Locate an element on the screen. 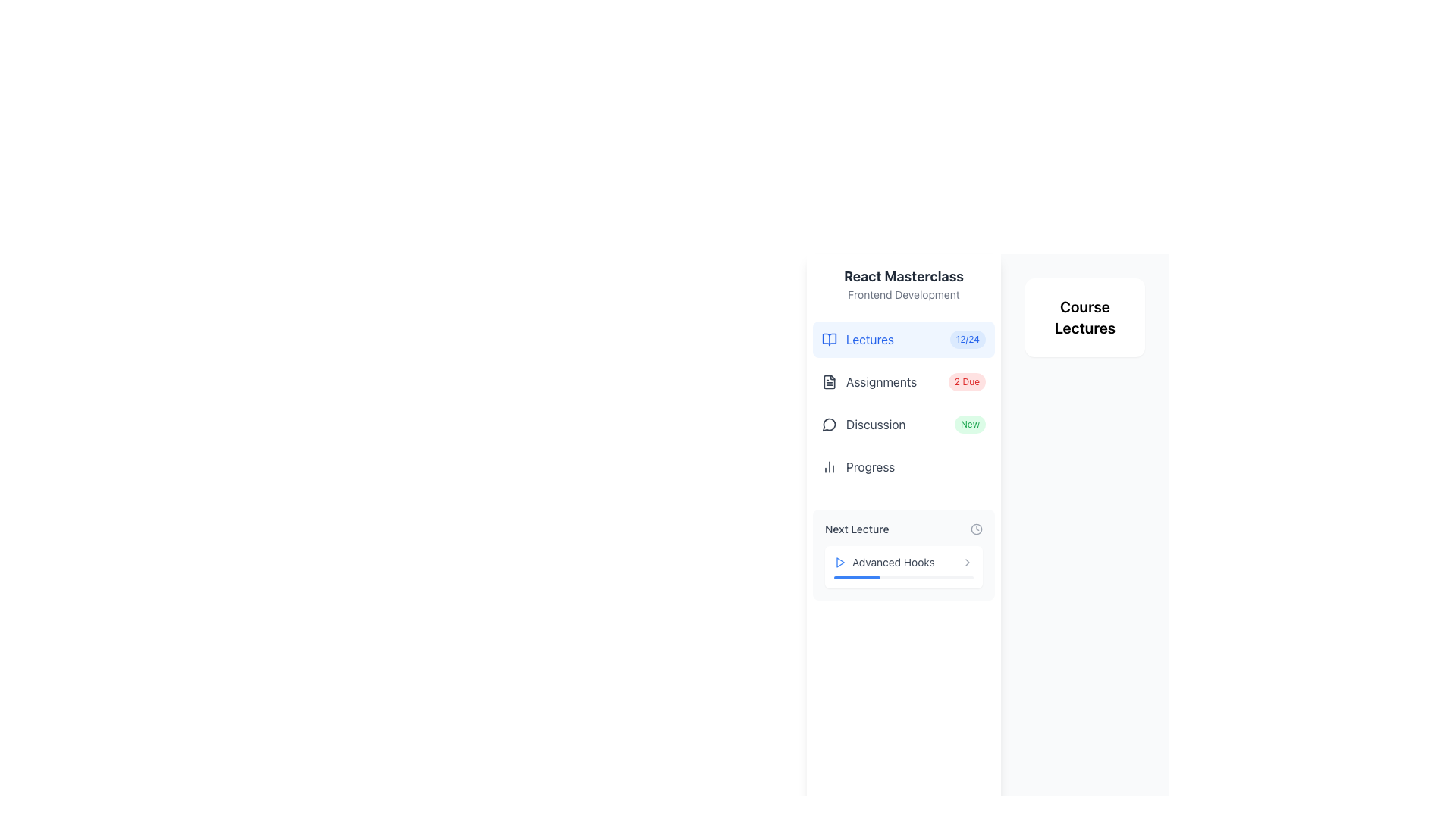 This screenshot has height=819, width=1456. the circular SVG graphical element that symbolizes a clock or time-related function, located within the sidebar section near the 'Next Lecture' label is located at coordinates (976, 529).